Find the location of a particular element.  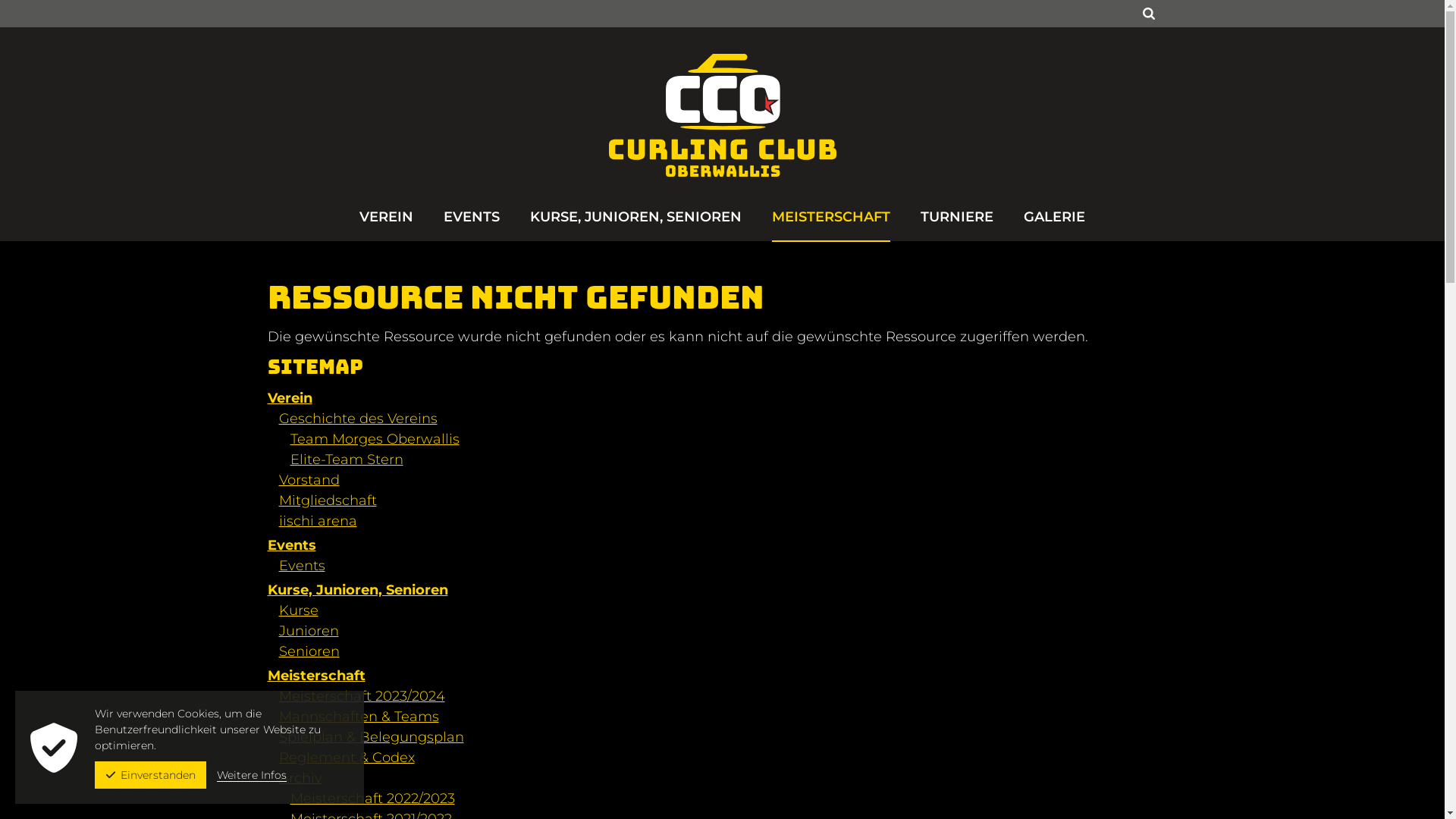

'Mannschaften & Teams' is located at coordinates (358, 717).